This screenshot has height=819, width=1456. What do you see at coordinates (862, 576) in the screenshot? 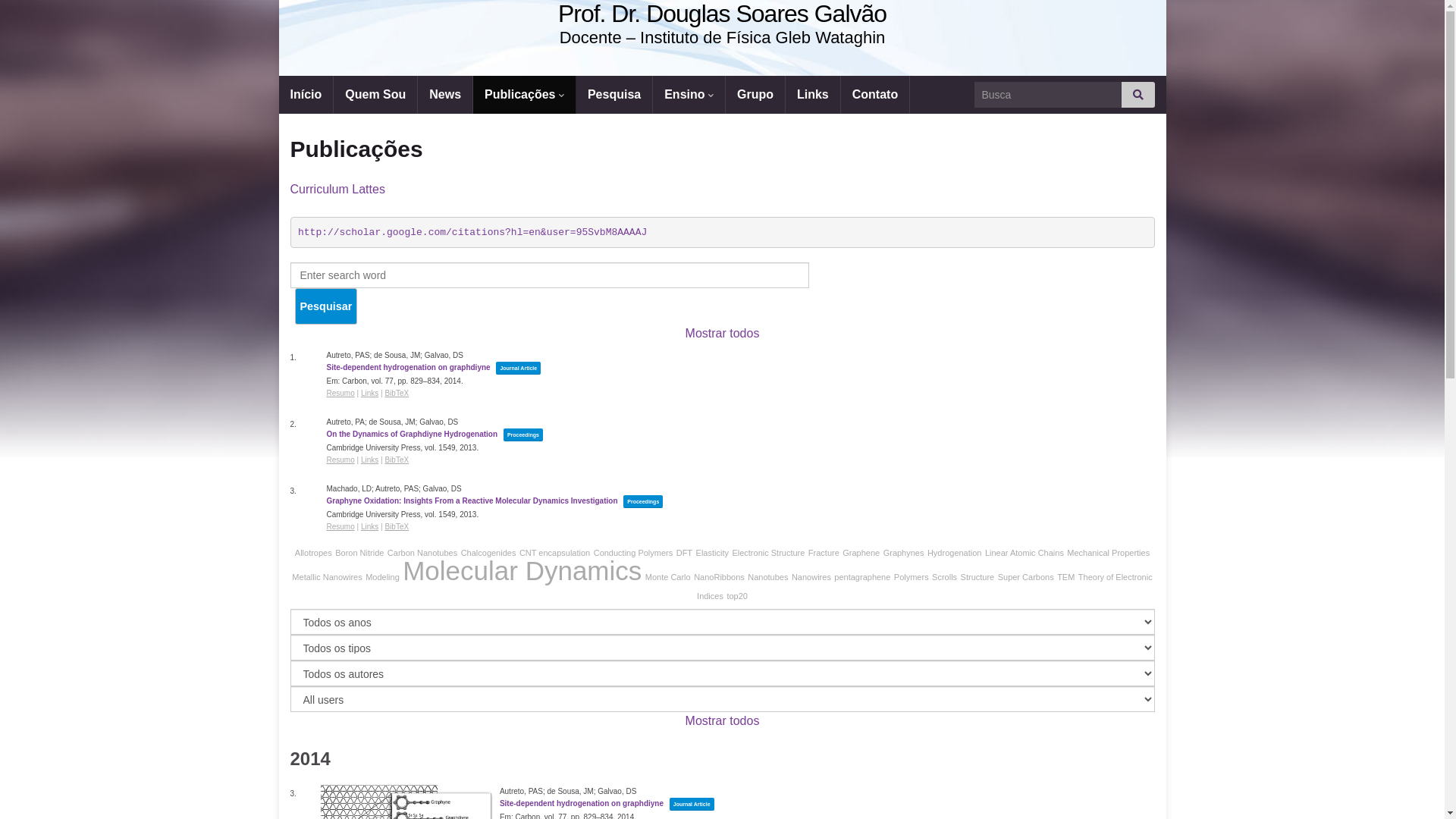
I see `'pentagraphene'` at bounding box center [862, 576].